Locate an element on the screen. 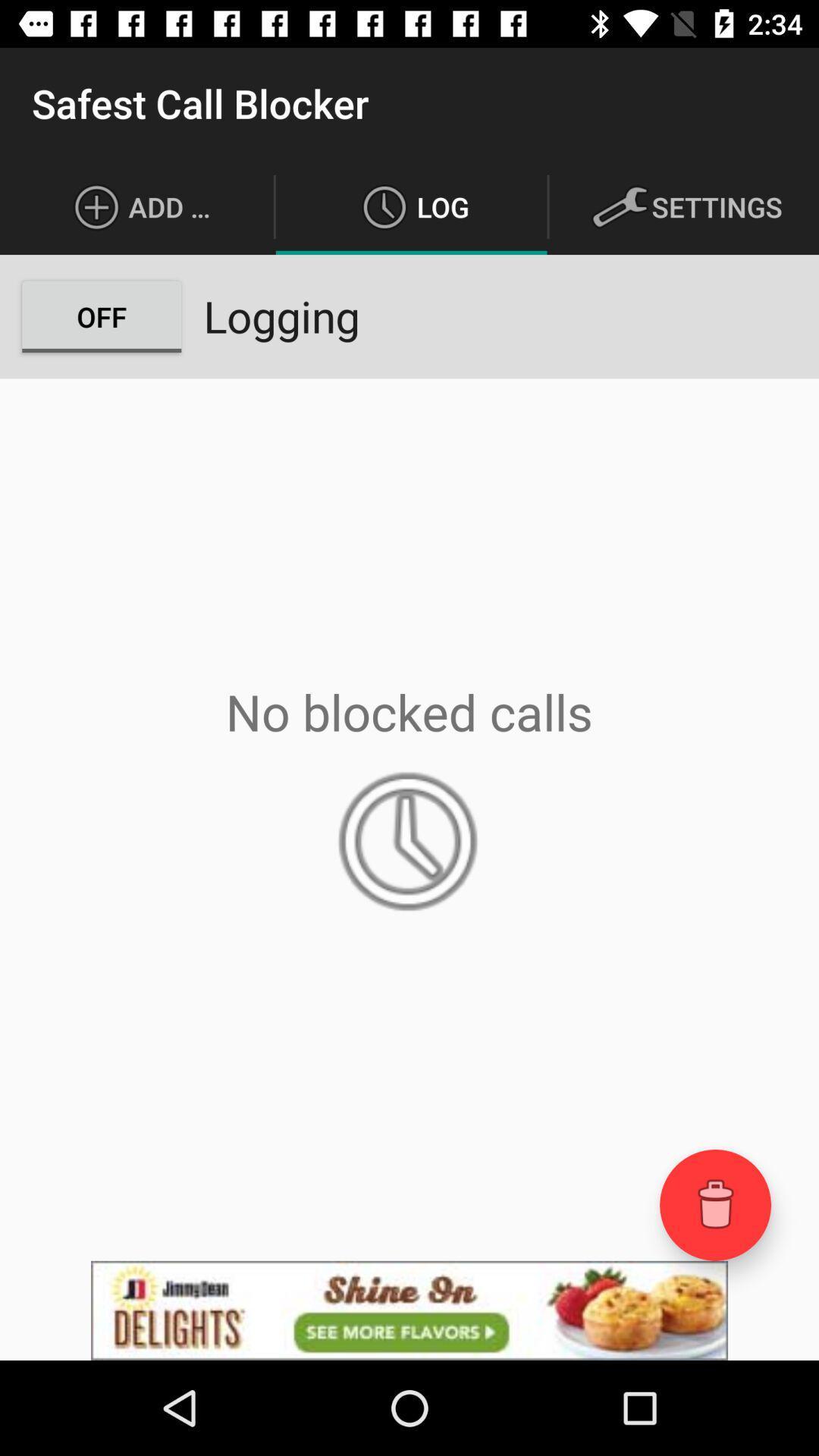  the delete icon is located at coordinates (715, 1204).